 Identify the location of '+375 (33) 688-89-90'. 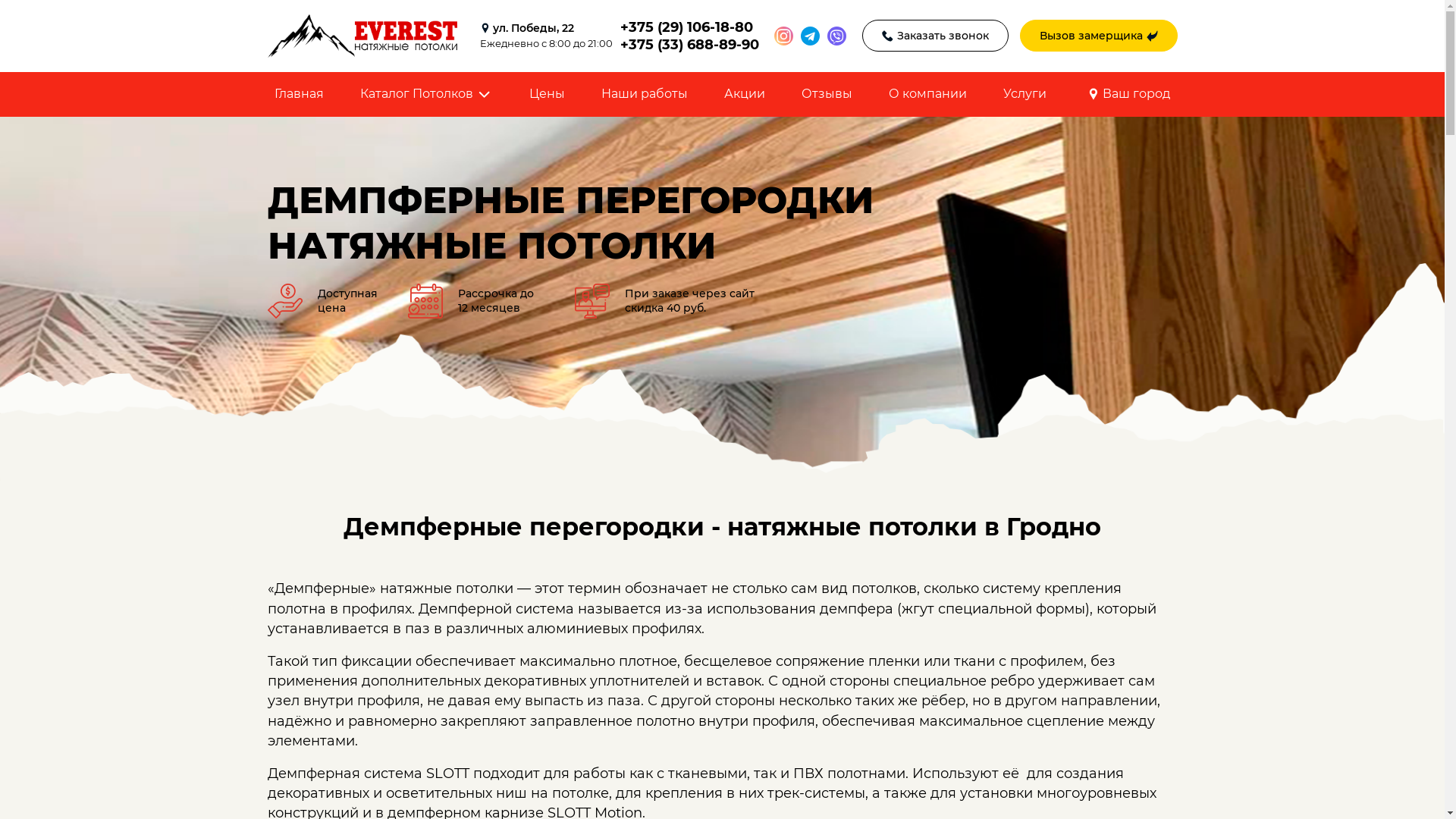
(689, 43).